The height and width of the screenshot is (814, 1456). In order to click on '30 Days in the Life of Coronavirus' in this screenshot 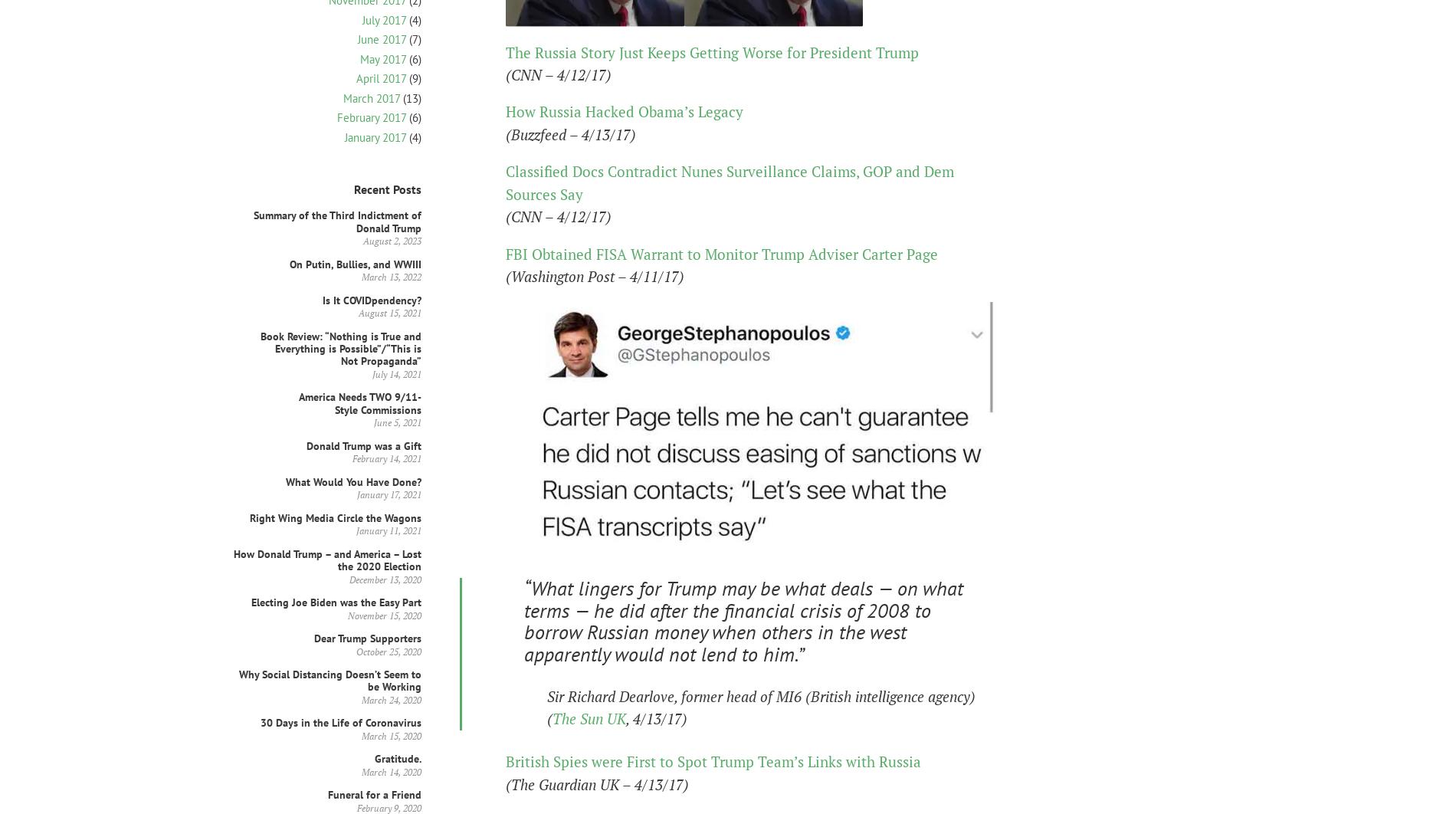, I will do `click(339, 721)`.